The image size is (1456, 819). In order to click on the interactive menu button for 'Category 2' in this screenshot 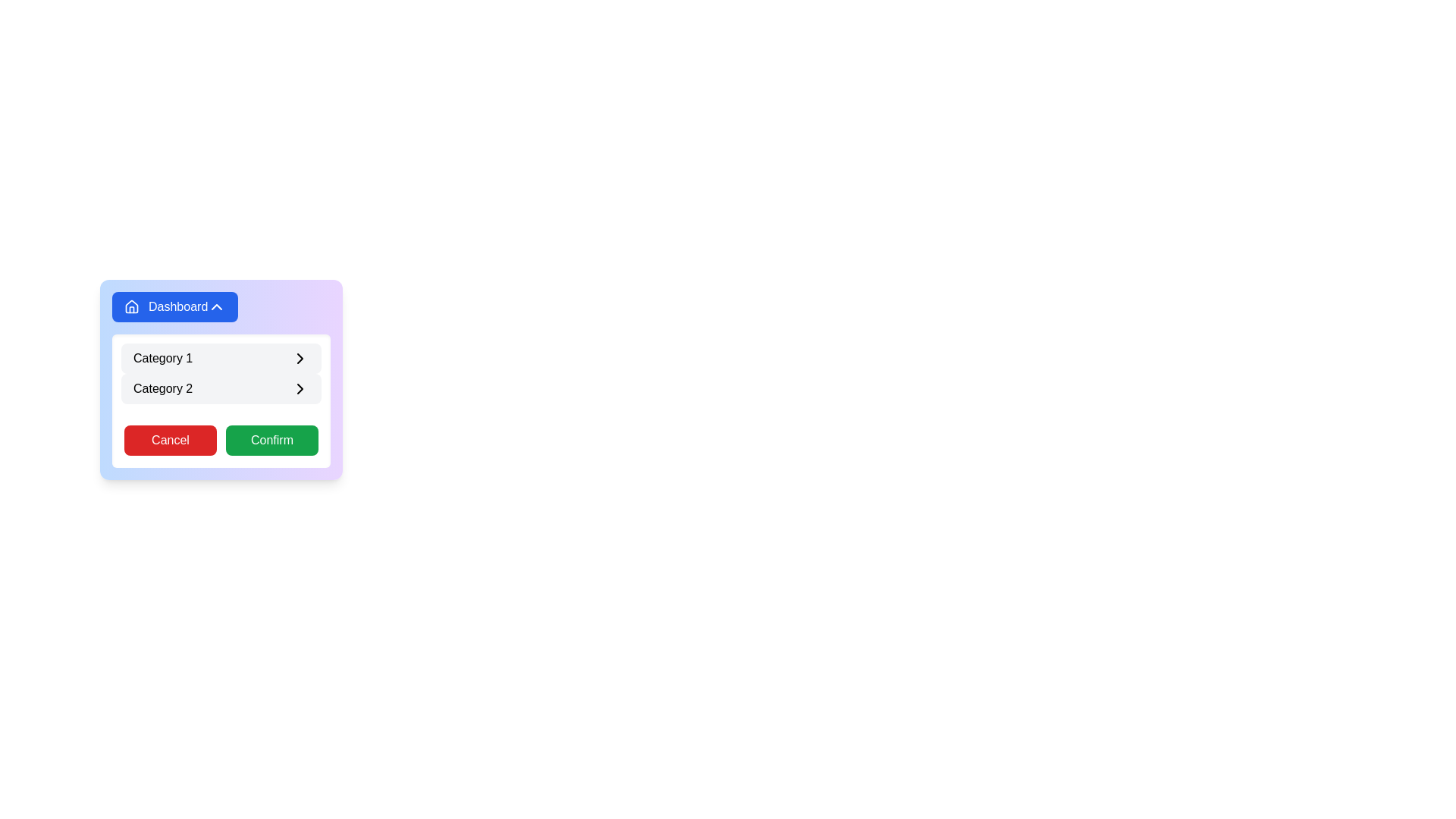, I will do `click(221, 388)`.